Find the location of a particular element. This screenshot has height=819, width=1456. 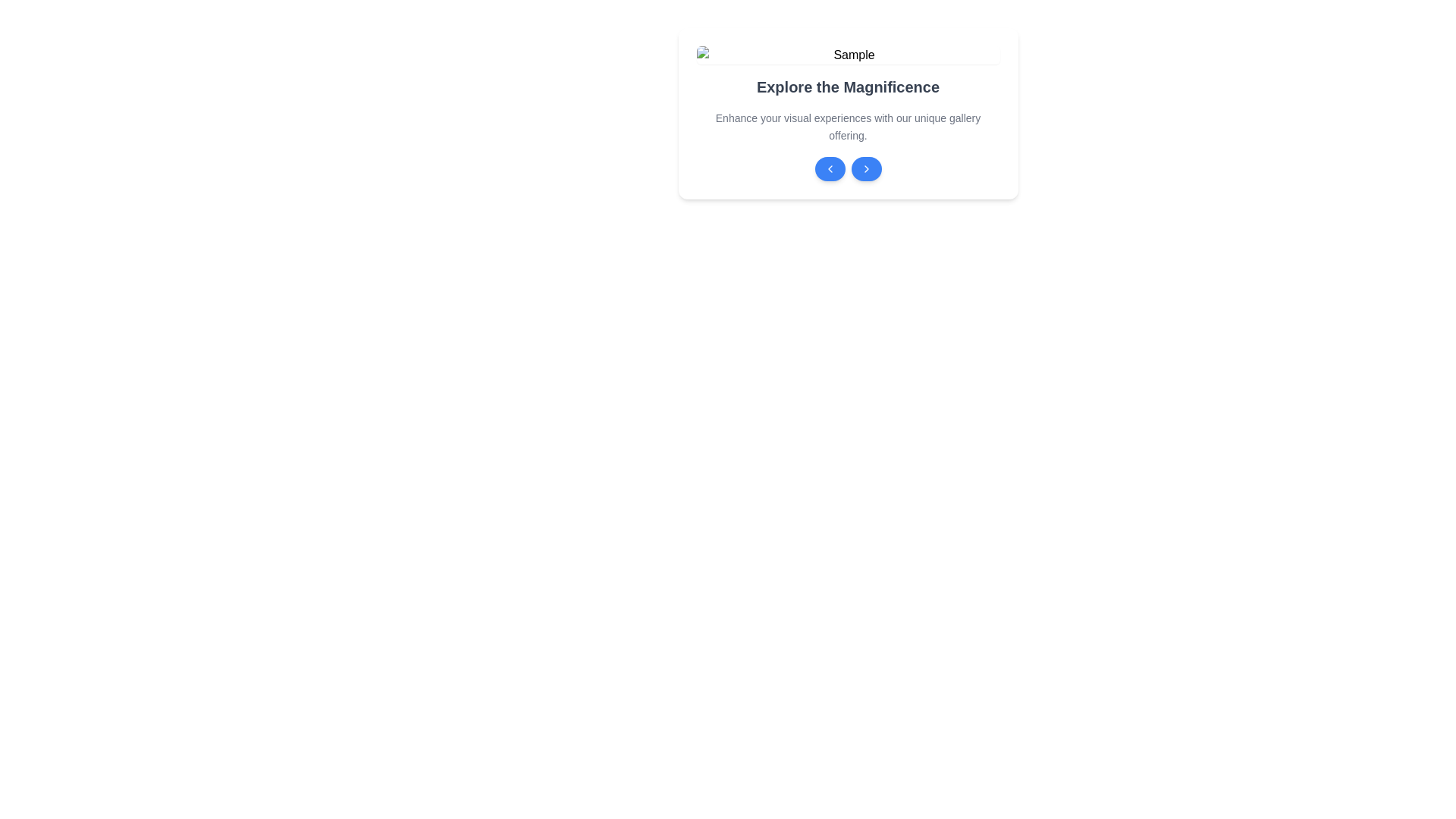

the circular blue button with a right-pointing chevron arrow symbol located in the card below the heading 'Explore the Magnificence' is located at coordinates (866, 168).